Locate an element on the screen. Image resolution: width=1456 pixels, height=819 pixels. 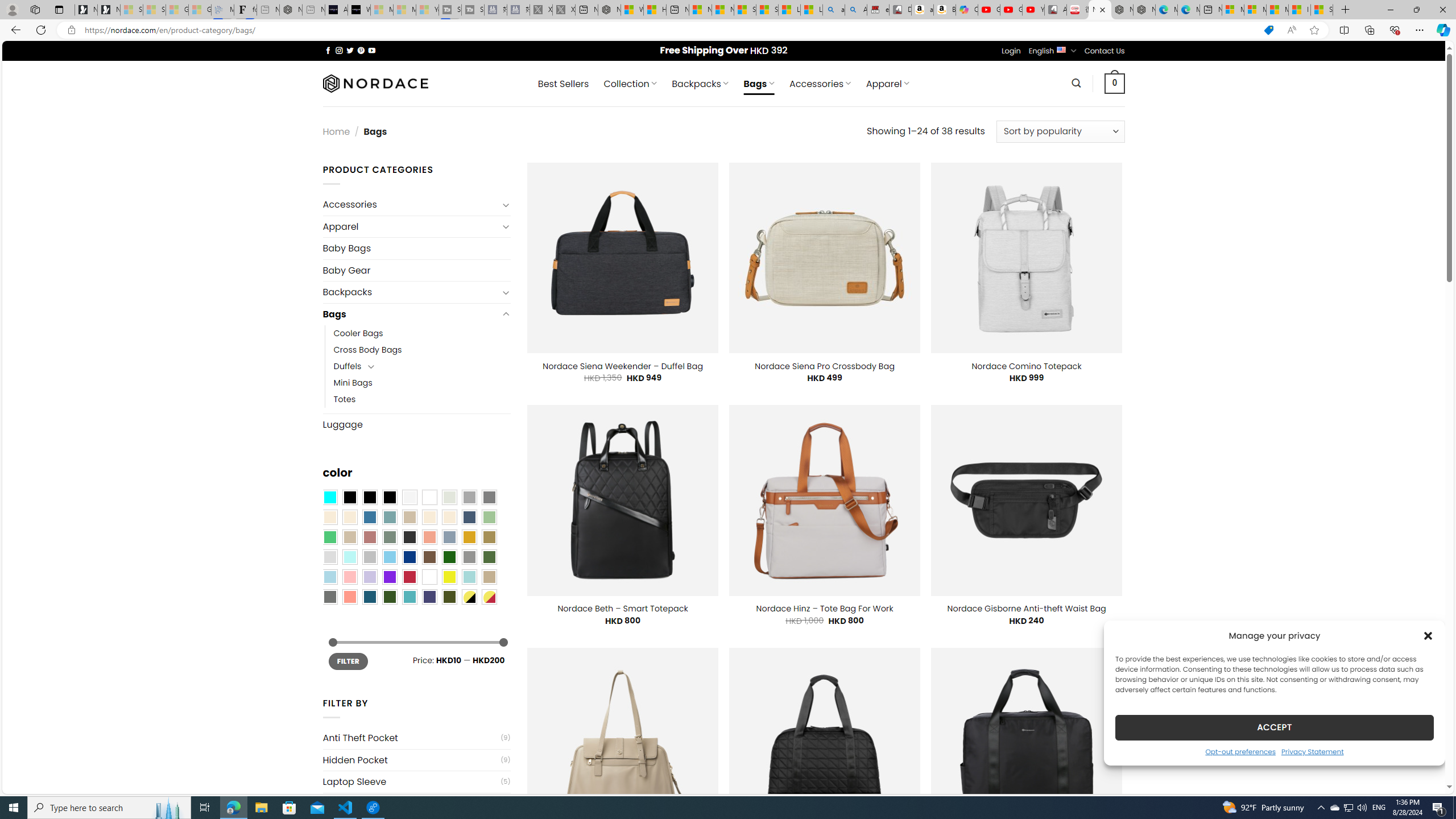
' Best Sellers' is located at coordinates (563, 83).